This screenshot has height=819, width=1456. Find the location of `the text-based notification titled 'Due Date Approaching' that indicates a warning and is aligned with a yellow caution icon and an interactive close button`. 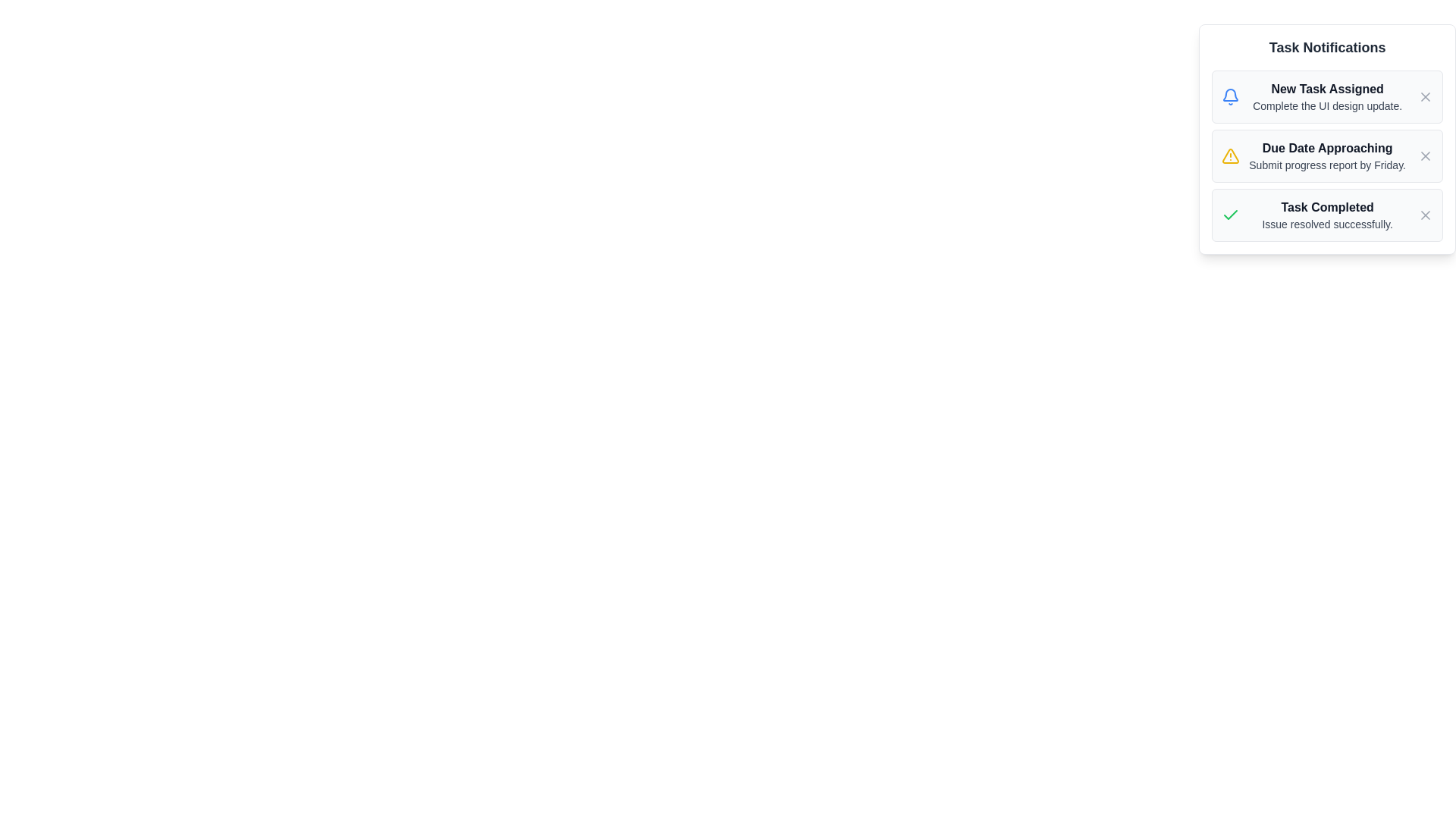

the text-based notification titled 'Due Date Approaching' that indicates a warning and is aligned with a yellow caution icon and an interactive close button is located at coordinates (1326, 155).